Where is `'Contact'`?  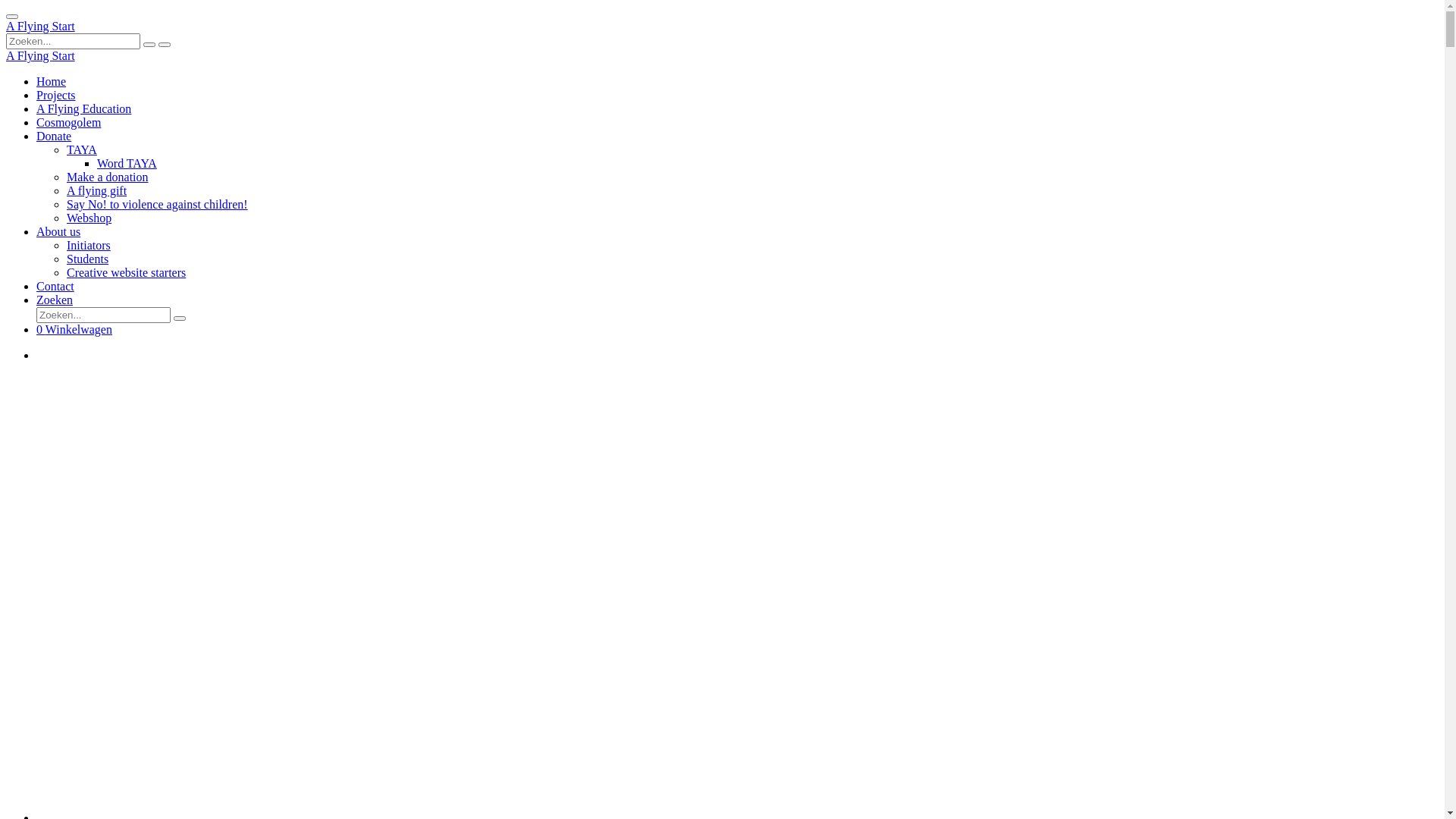
'Contact' is located at coordinates (55, 286).